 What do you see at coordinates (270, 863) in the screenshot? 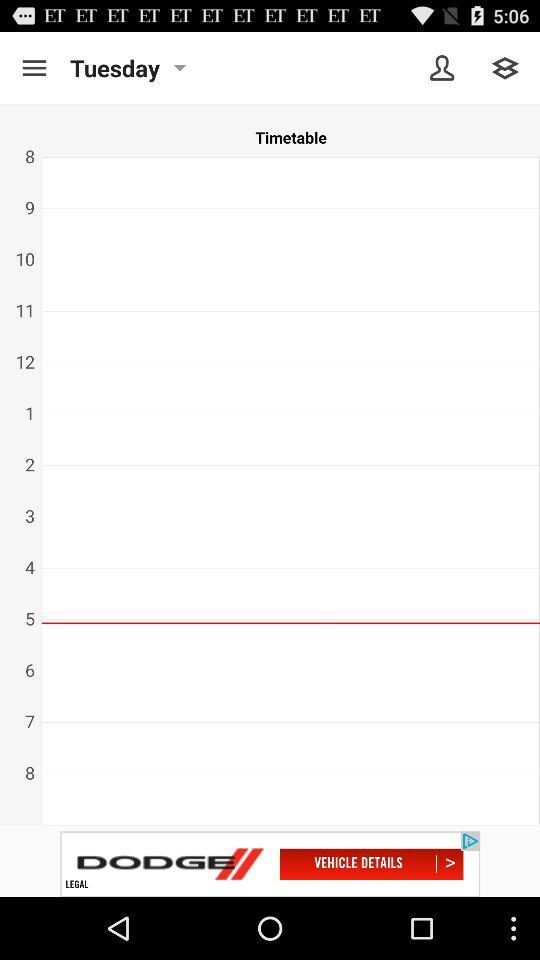
I see `advertisement page` at bounding box center [270, 863].